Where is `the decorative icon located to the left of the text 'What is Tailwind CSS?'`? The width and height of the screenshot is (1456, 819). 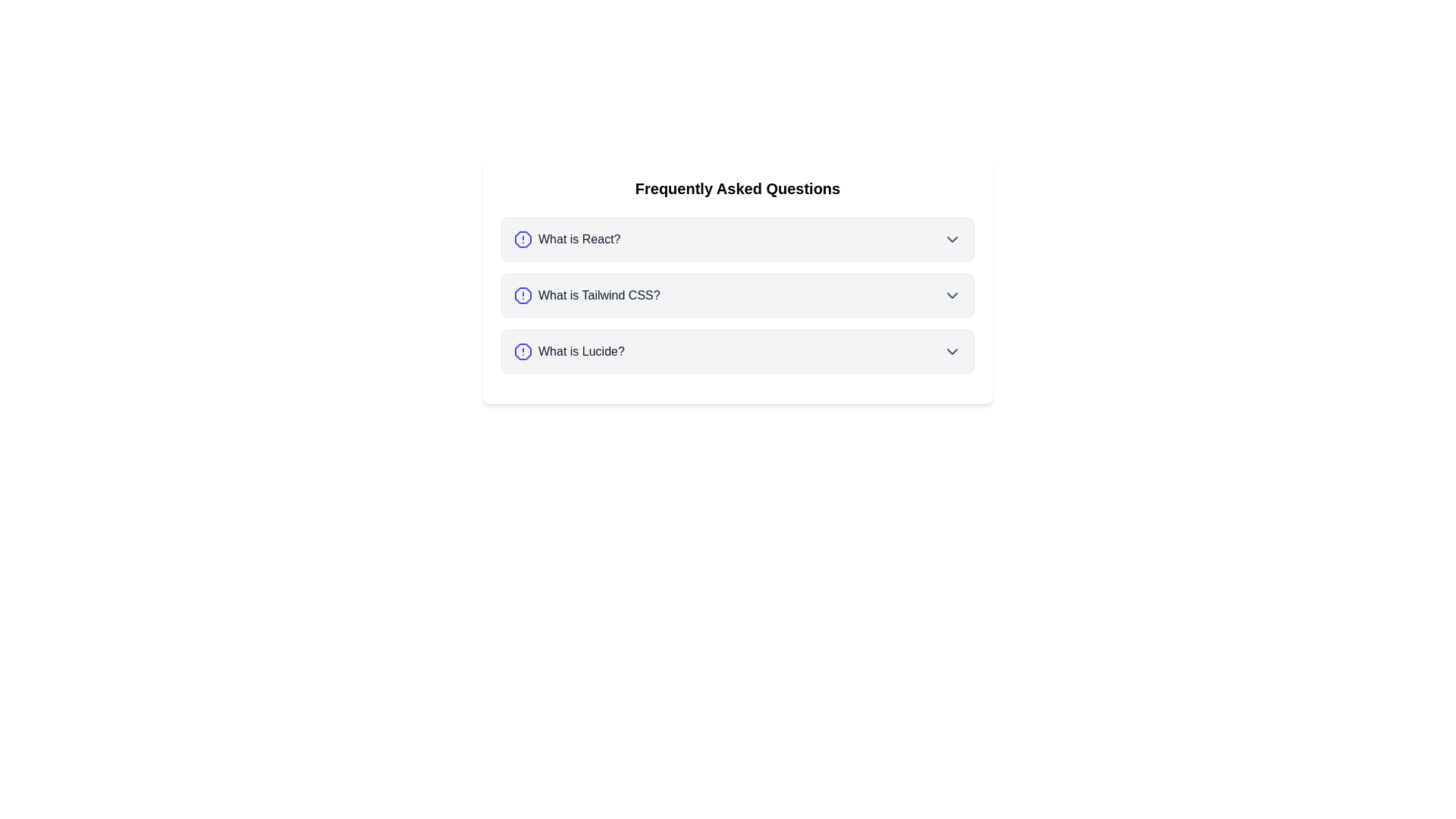
the decorative icon located to the left of the text 'What is Tailwind CSS?' is located at coordinates (523, 295).